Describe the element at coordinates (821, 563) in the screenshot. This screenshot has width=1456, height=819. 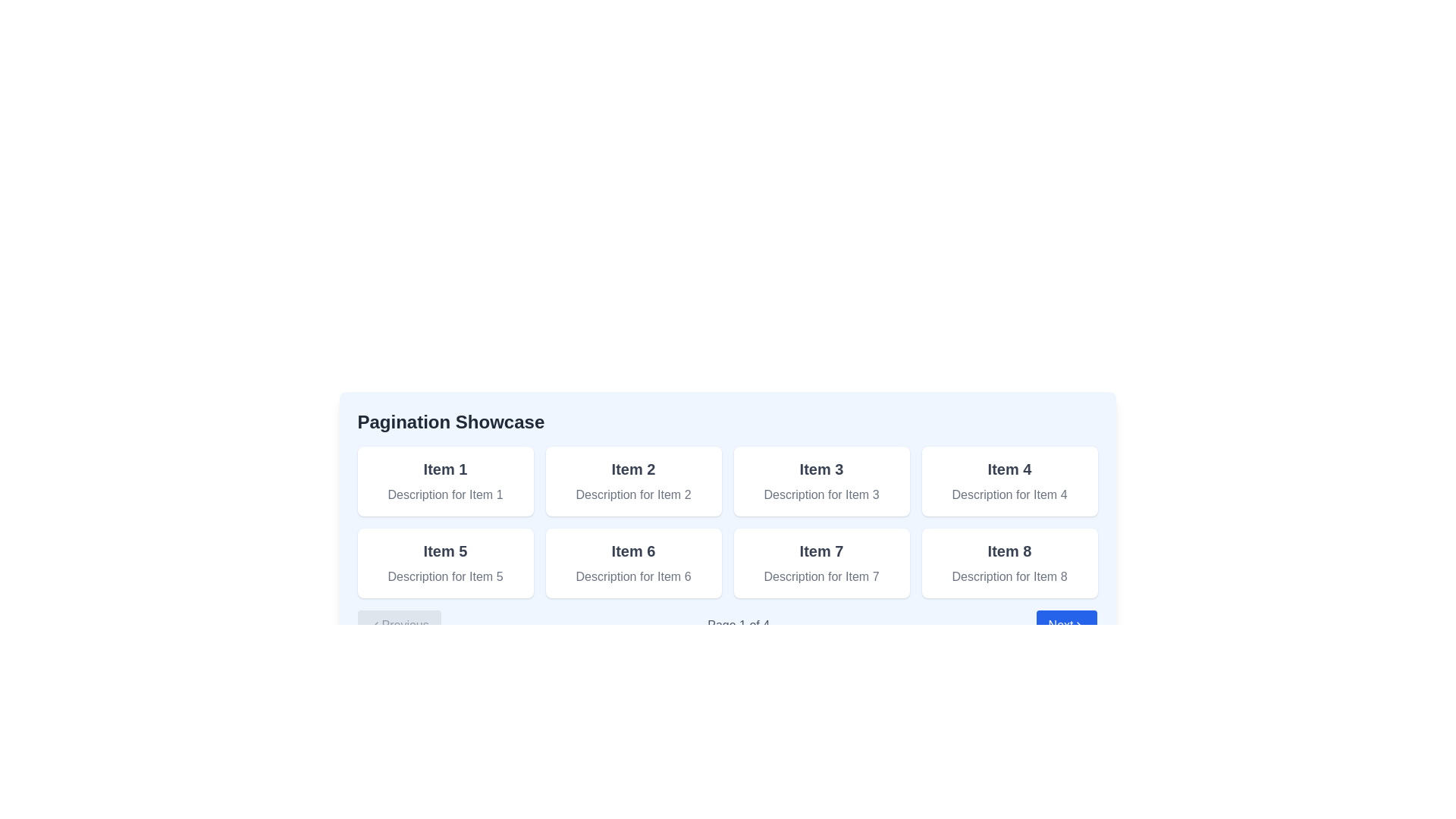
I see `the informational card displaying 'Item 7' which is located in the second row and third column of a 4x2 grid layout` at that location.